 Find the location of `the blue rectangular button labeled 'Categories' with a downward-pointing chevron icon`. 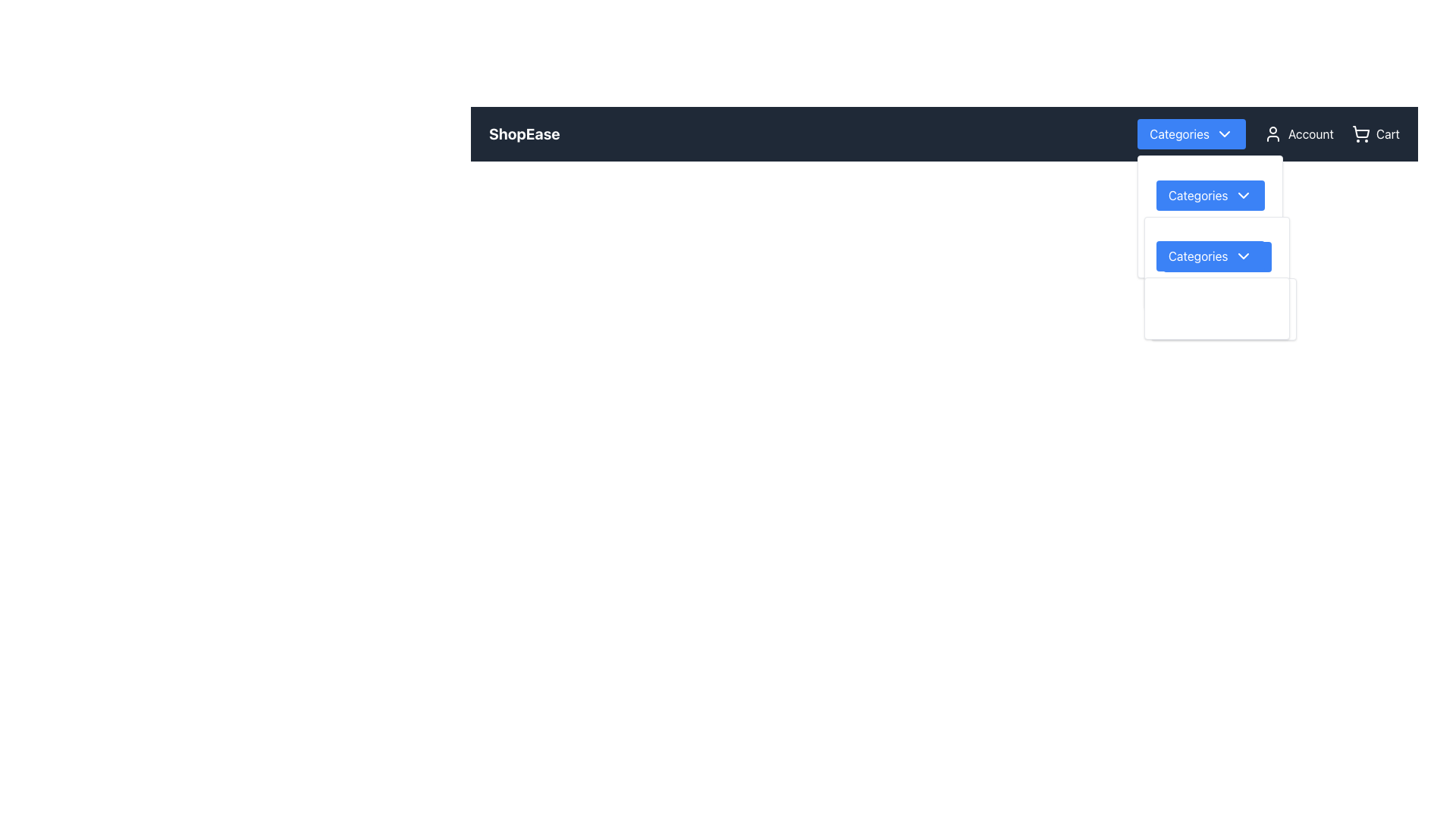

the blue rectangular button labeled 'Categories' with a downward-pointing chevron icon is located at coordinates (1191, 133).